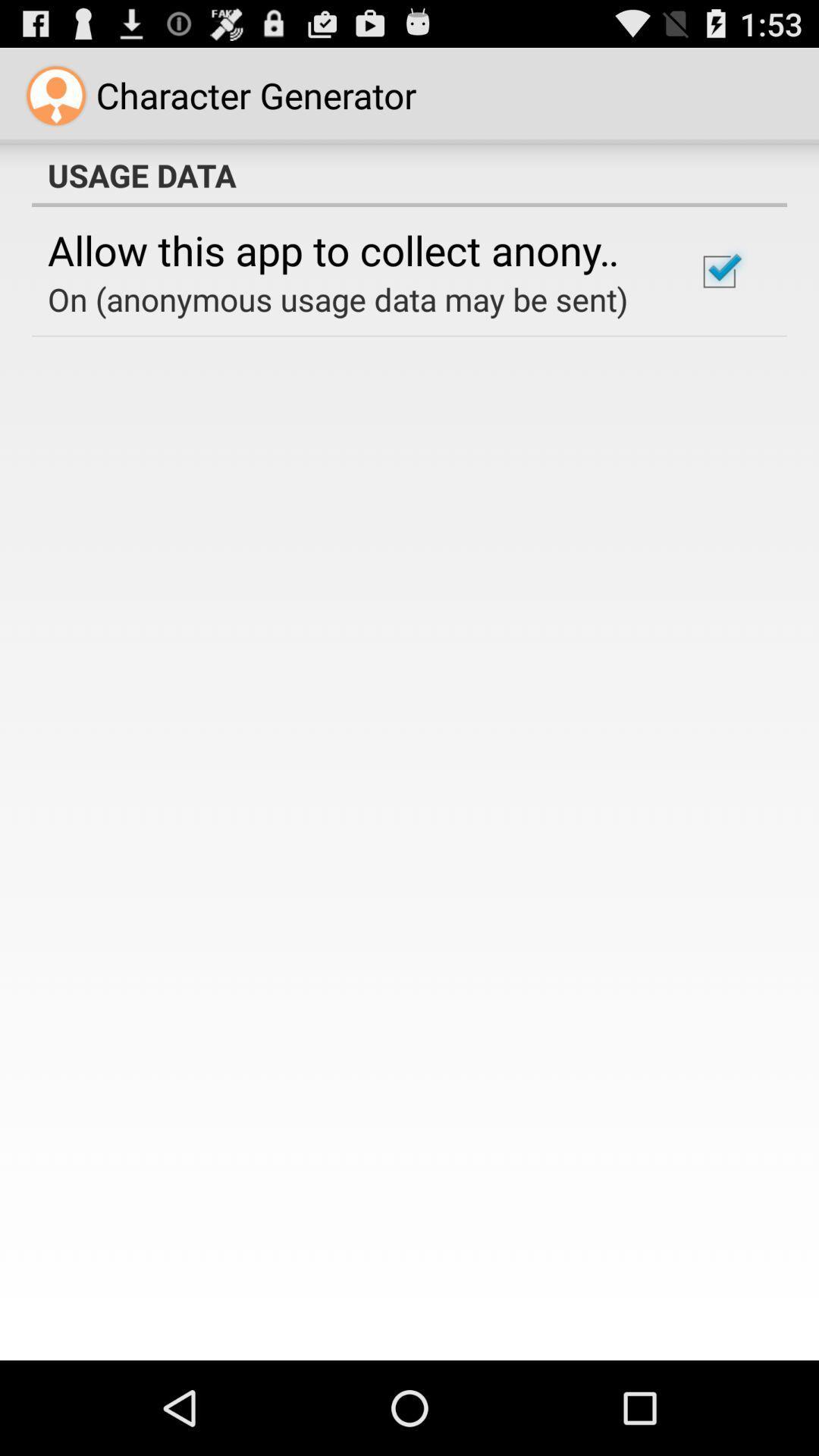  Describe the element at coordinates (351, 249) in the screenshot. I see `allow this app icon` at that location.